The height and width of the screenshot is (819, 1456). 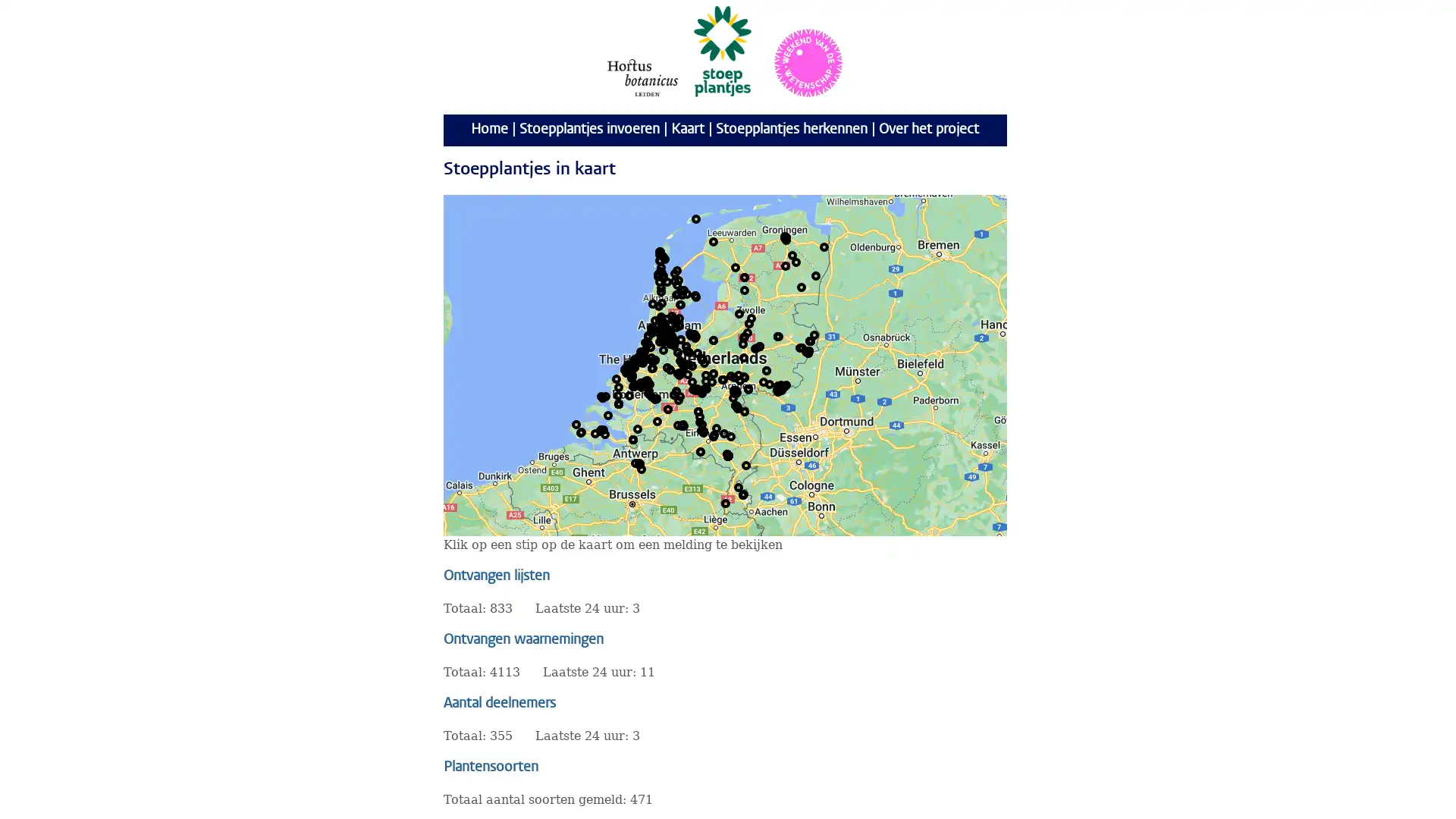 I want to click on Telling van op 18 april 2022, so click(x=655, y=318).